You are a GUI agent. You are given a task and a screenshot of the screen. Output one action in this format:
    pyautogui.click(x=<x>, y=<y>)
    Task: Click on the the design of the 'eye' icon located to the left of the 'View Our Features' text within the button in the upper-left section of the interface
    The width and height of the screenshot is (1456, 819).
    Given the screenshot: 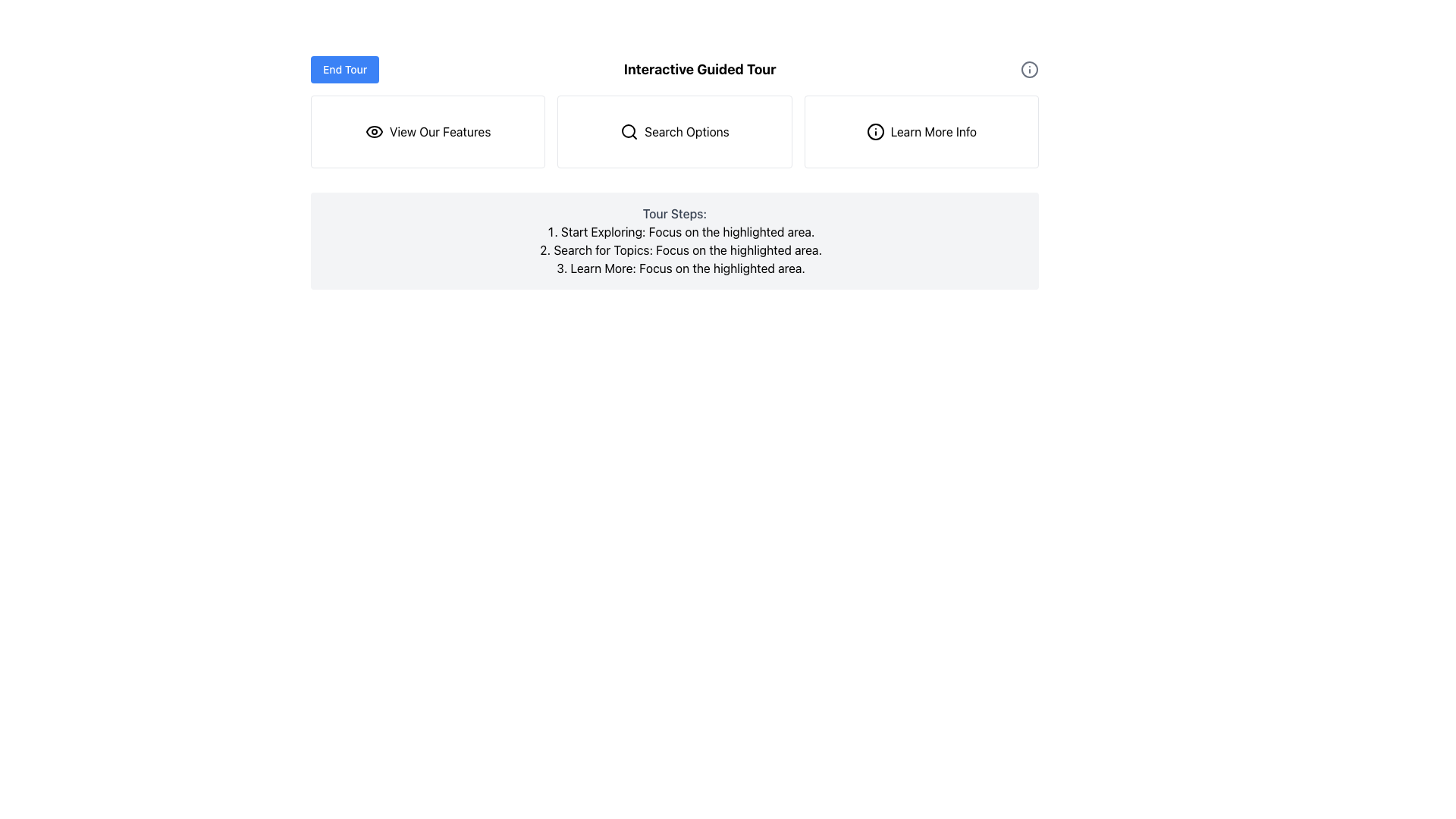 What is the action you would take?
    pyautogui.click(x=375, y=130)
    